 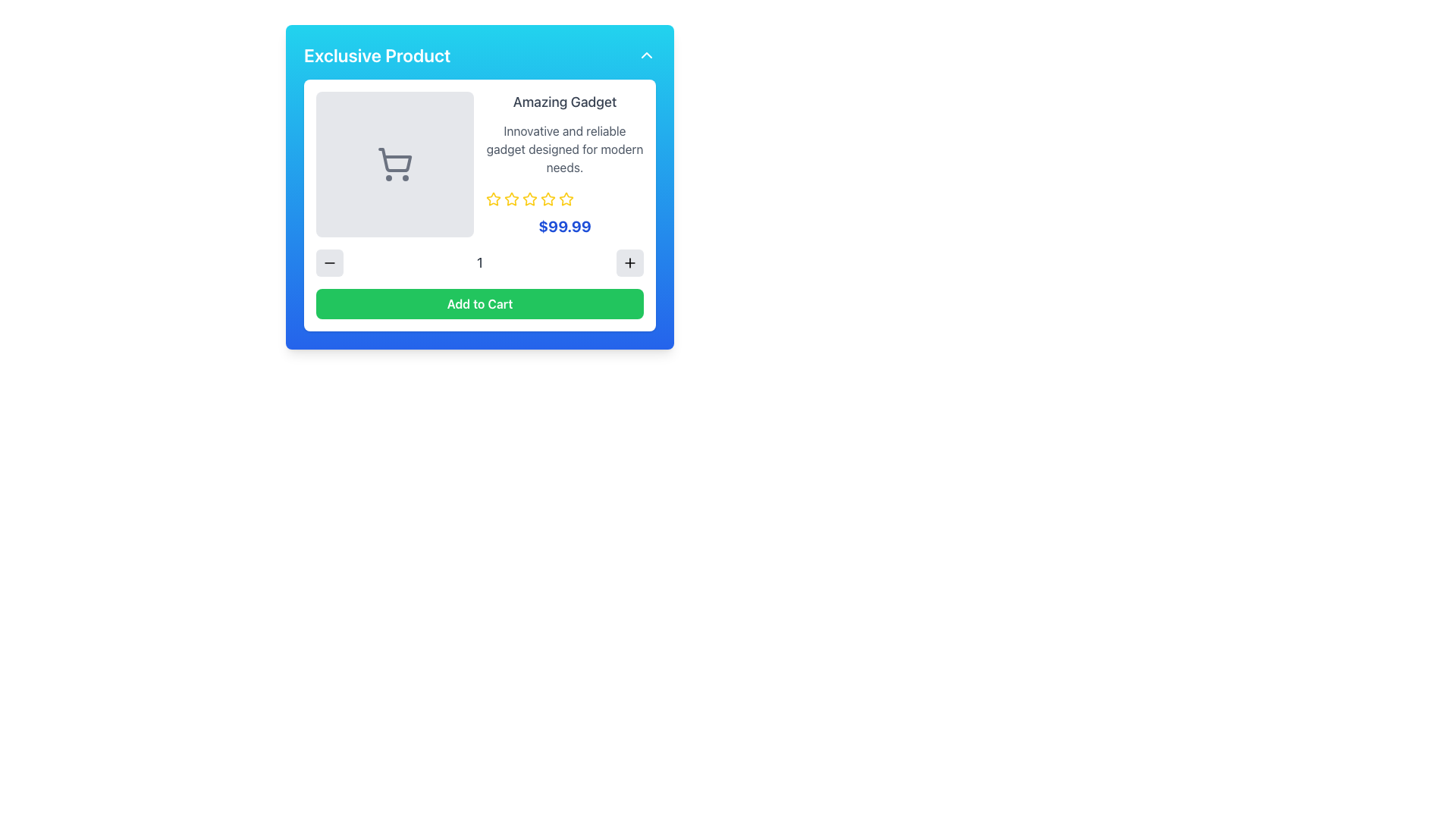 What do you see at coordinates (530, 198) in the screenshot?
I see `the second star icon in the rating system` at bounding box center [530, 198].